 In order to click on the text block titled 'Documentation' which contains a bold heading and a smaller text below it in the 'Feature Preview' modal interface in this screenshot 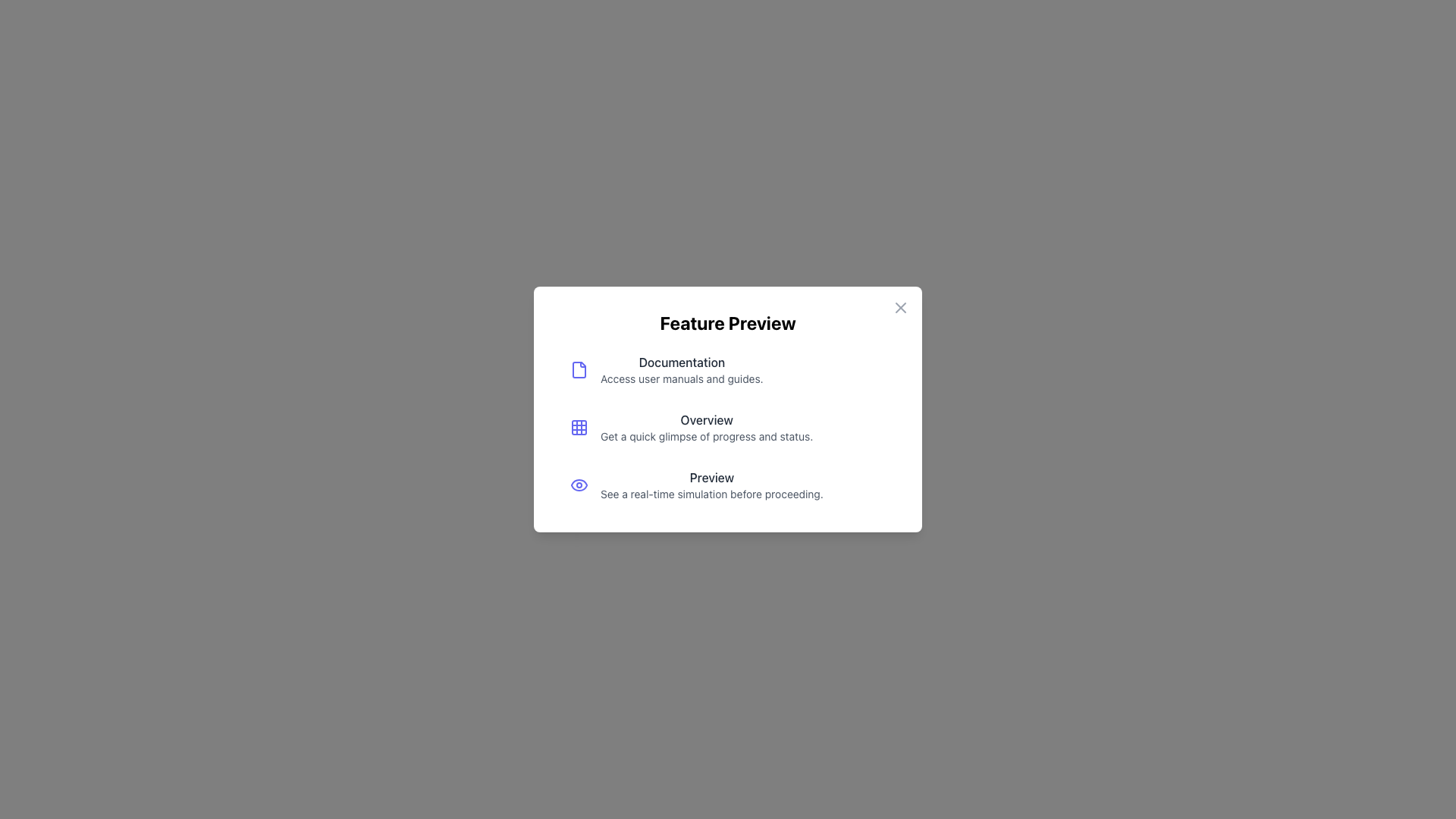, I will do `click(681, 370)`.